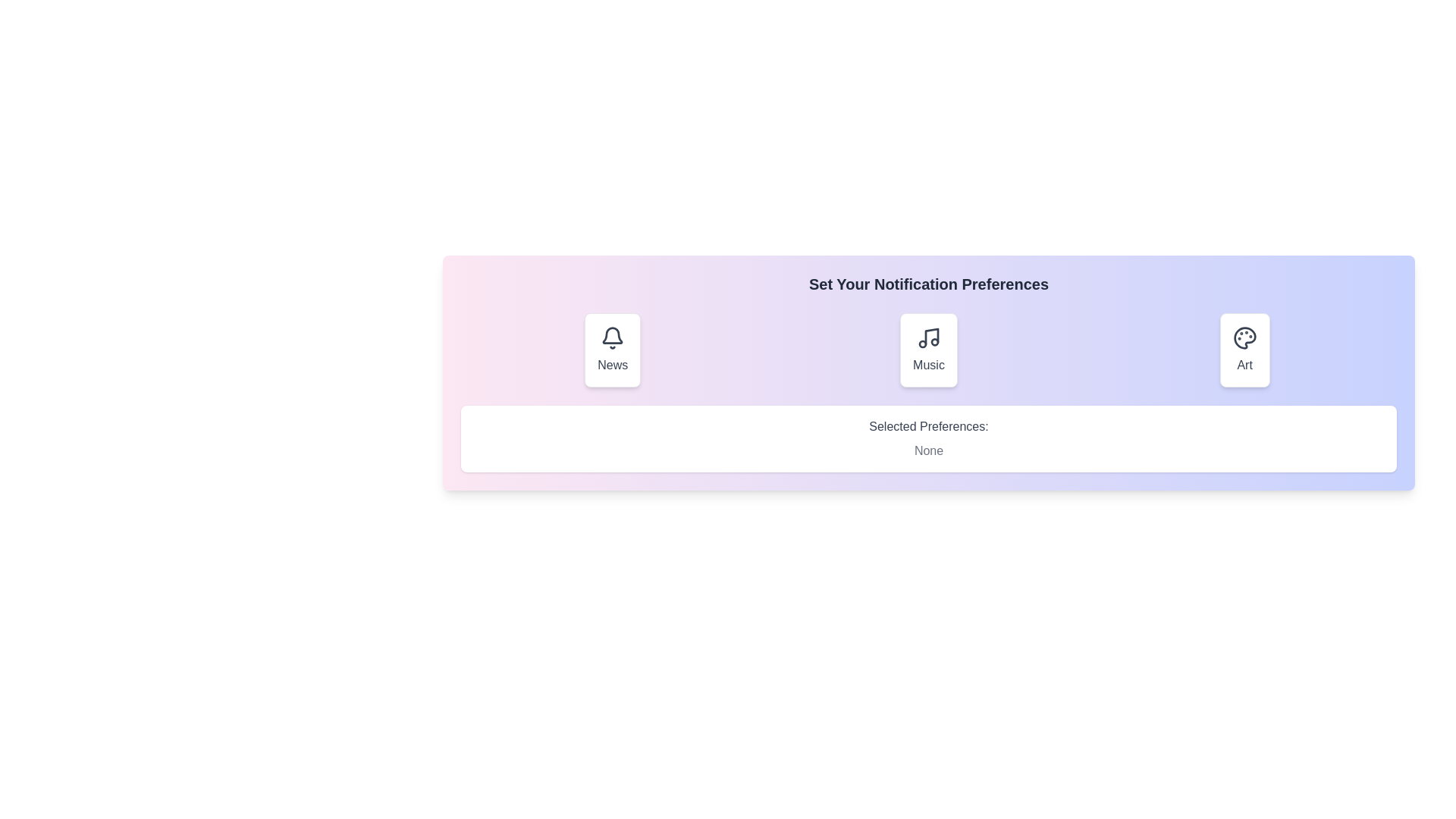 The width and height of the screenshot is (1456, 819). Describe the element at coordinates (927, 450) in the screenshot. I see `the text label styled in gray labeled 'None', which is positioned under 'Selected Preferences:' in a white, rounded rectangular box` at that location.